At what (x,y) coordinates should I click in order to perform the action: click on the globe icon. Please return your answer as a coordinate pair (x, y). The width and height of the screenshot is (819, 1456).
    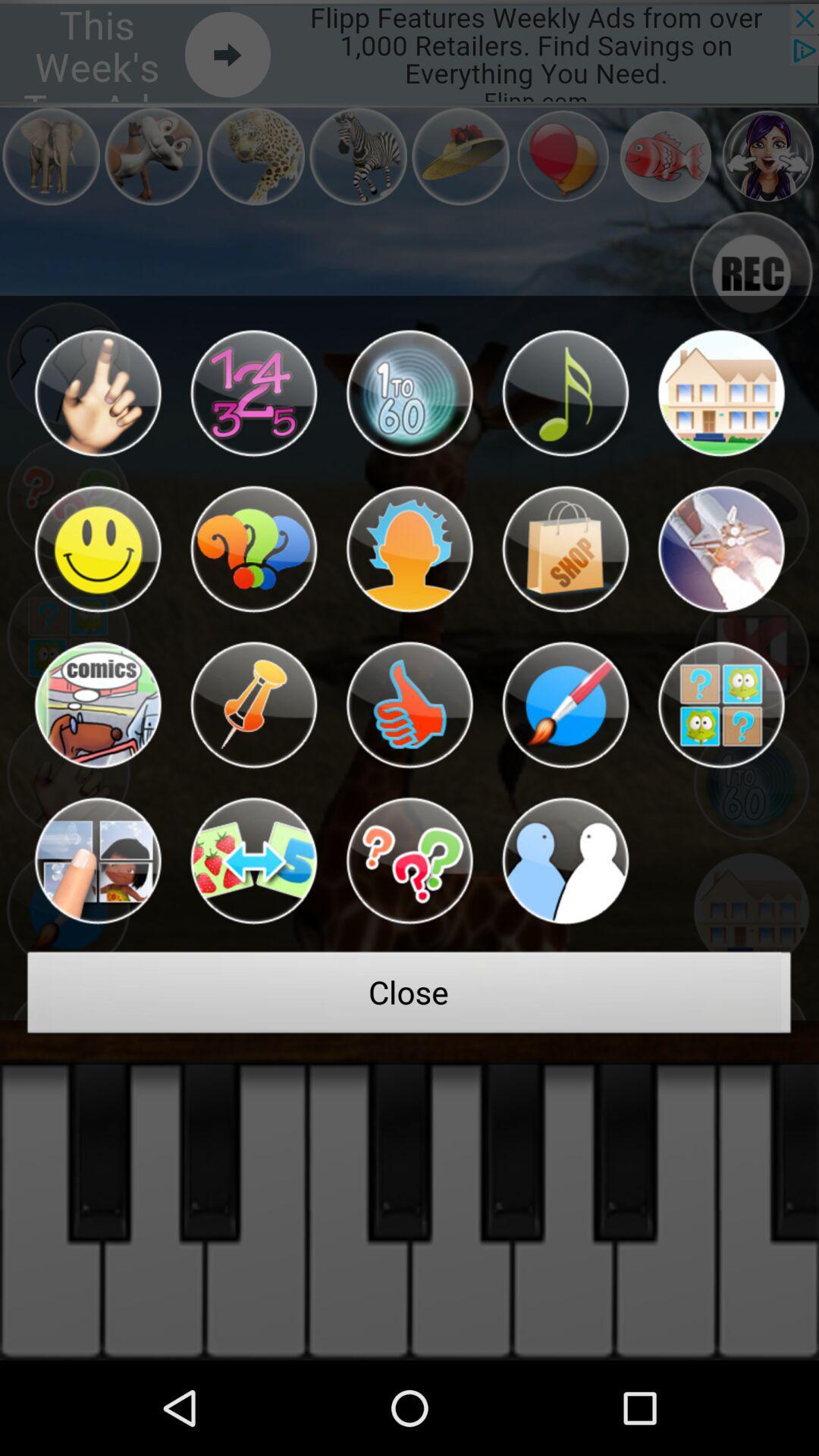
    Looking at the image, I should click on (720, 587).